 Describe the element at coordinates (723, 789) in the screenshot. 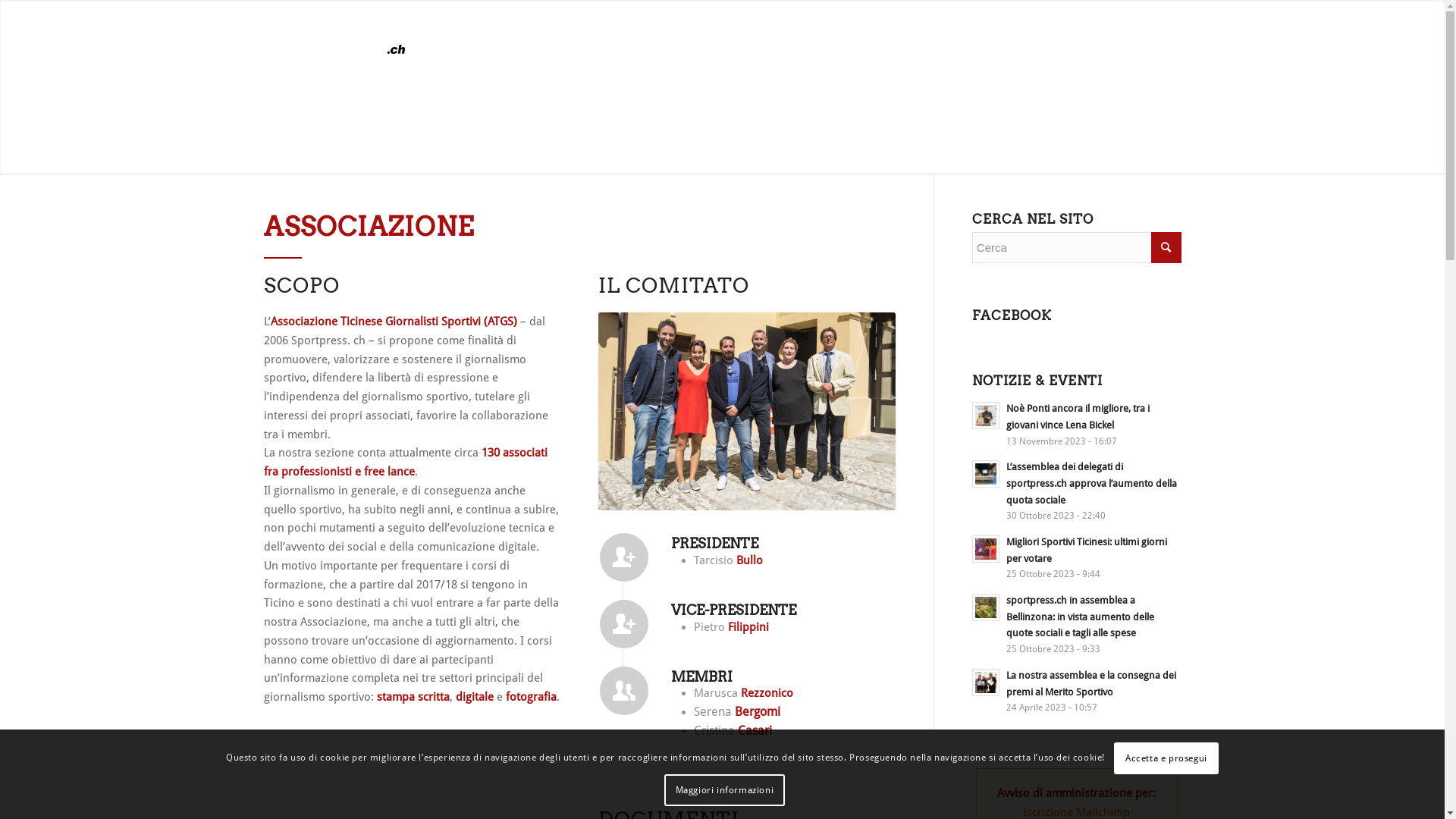

I see `'Maggiori informazioni'` at that location.